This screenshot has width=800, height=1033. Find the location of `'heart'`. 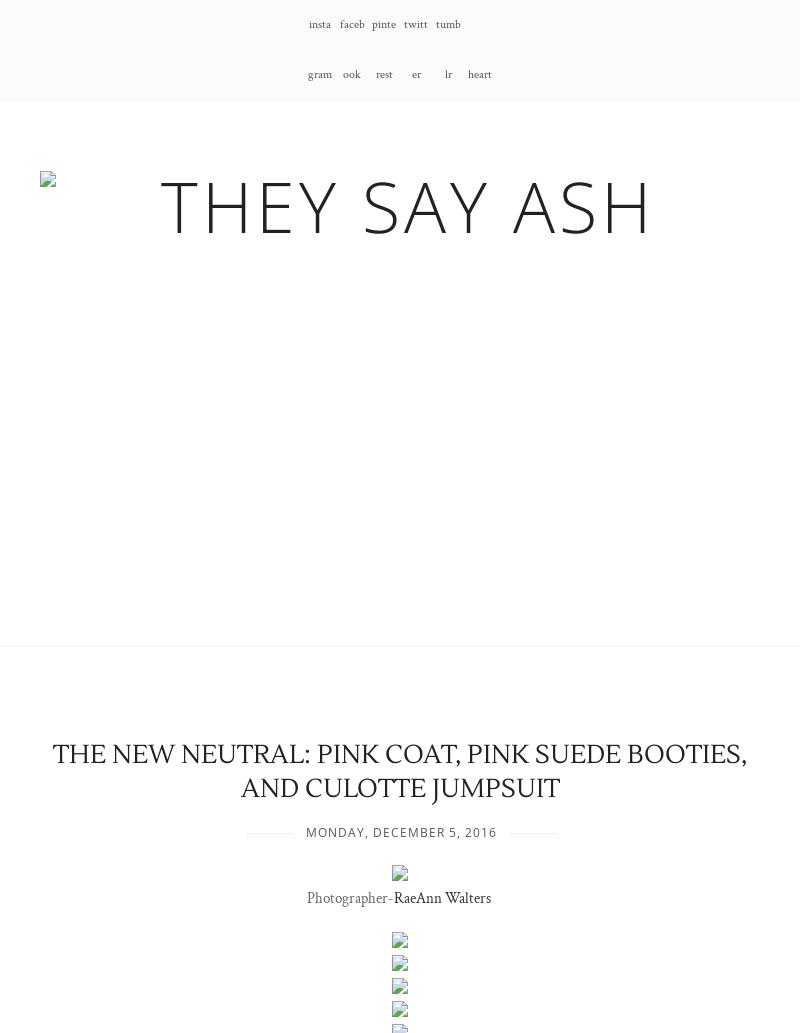

'heart' is located at coordinates (480, 74).